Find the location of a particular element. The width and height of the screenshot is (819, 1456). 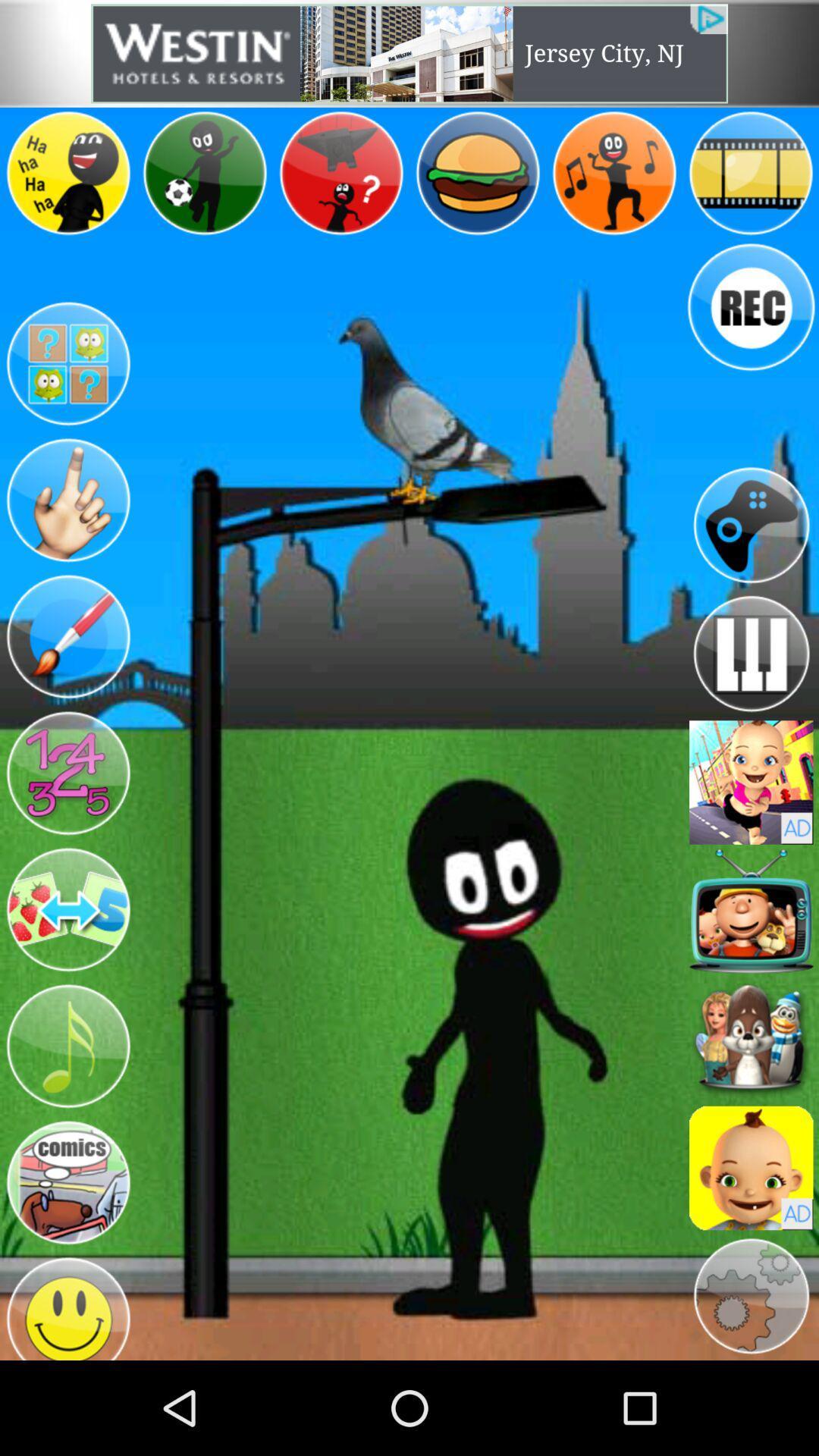

switch to paint option is located at coordinates (67, 637).